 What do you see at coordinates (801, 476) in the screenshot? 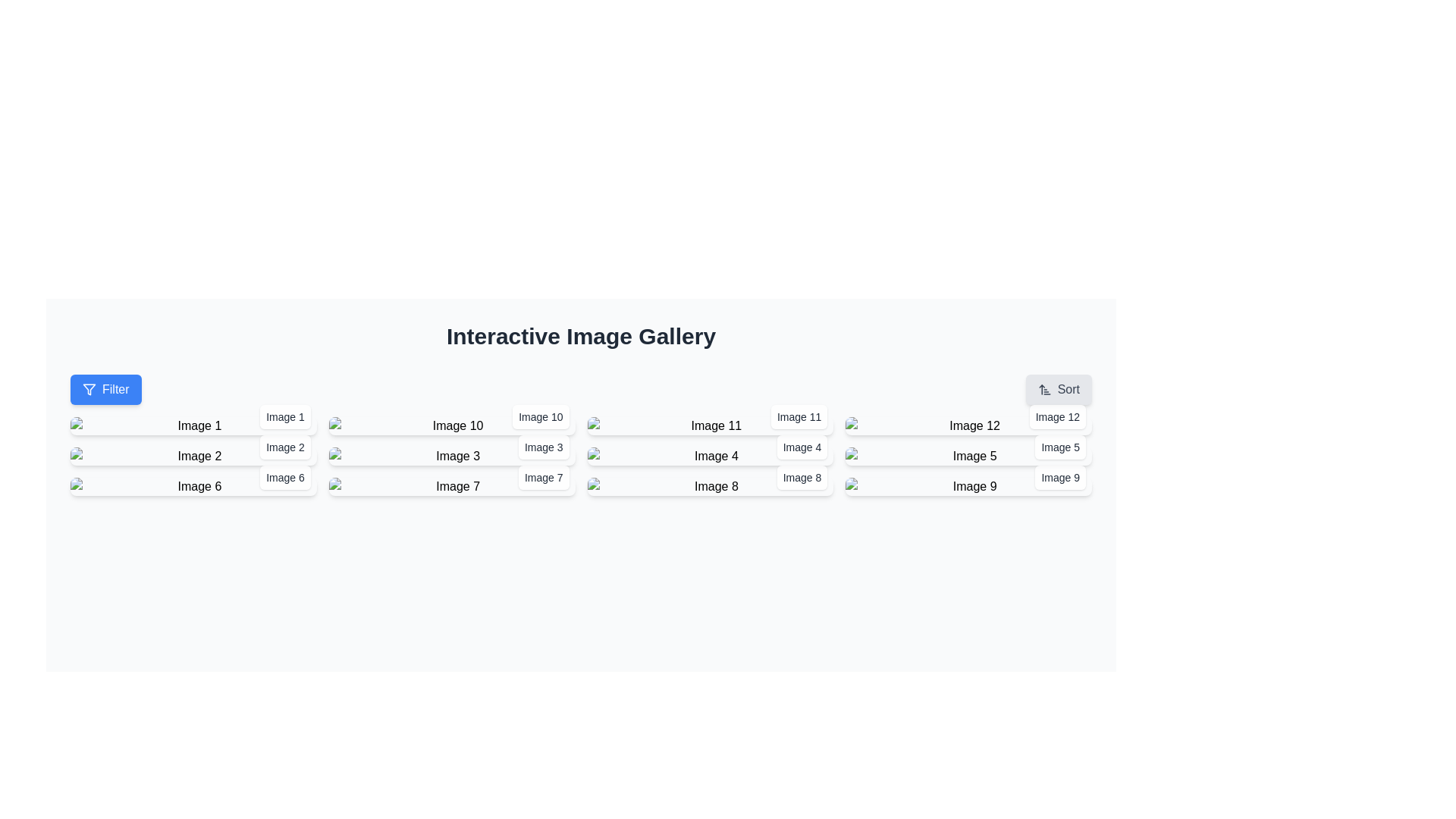
I see `the text label that describes 'Image 8', located in the bottom-right corner of the white rounded rectangle in the interactive image gallery` at bounding box center [801, 476].